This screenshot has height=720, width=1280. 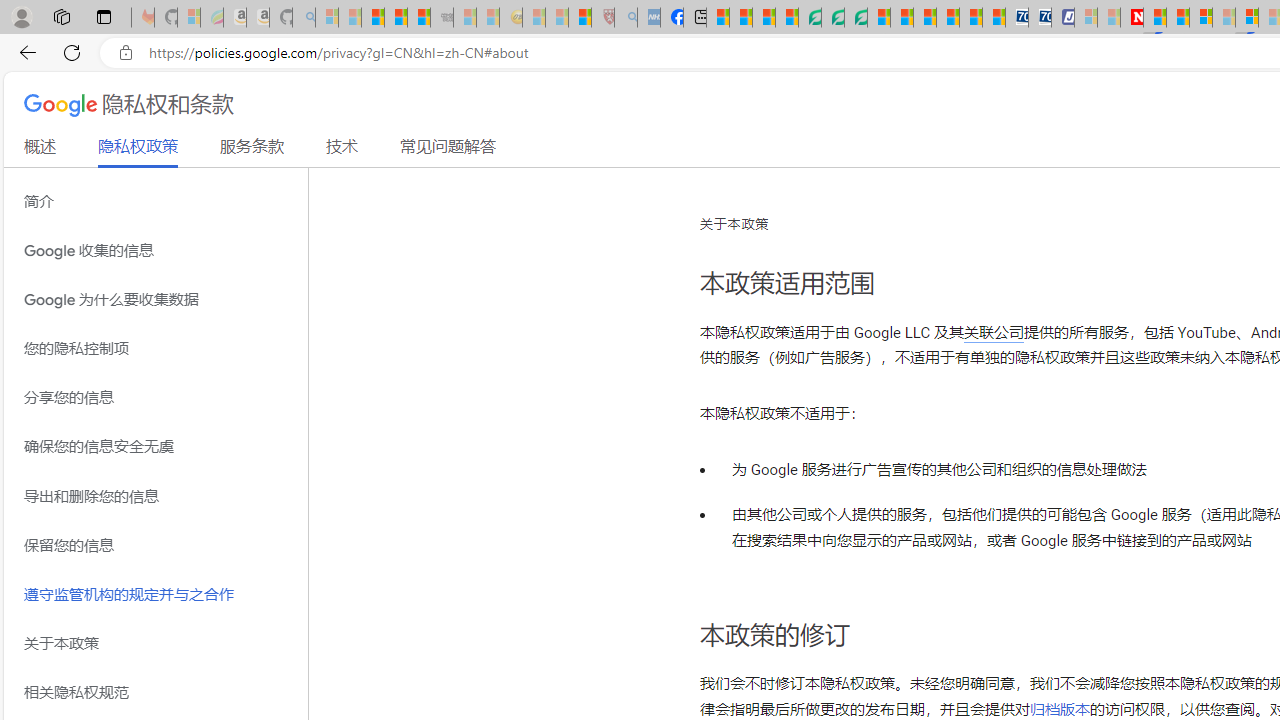 What do you see at coordinates (855, 17) in the screenshot?
I see `'Microsoft Word - consumer-privacy address update 2.2021'` at bounding box center [855, 17].